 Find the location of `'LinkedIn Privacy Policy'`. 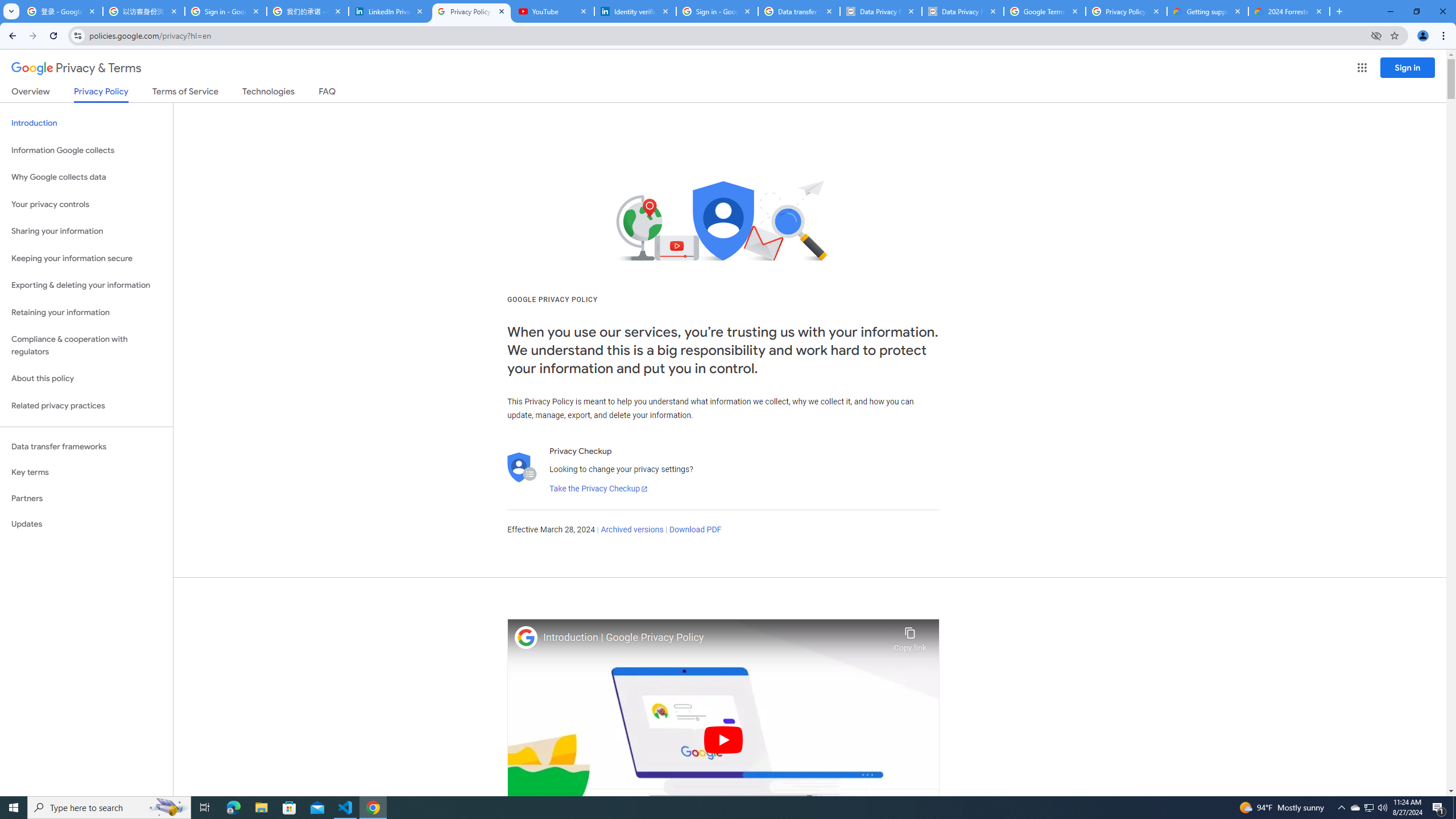

'LinkedIn Privacy Policy' is located at coordinates (389, 11).